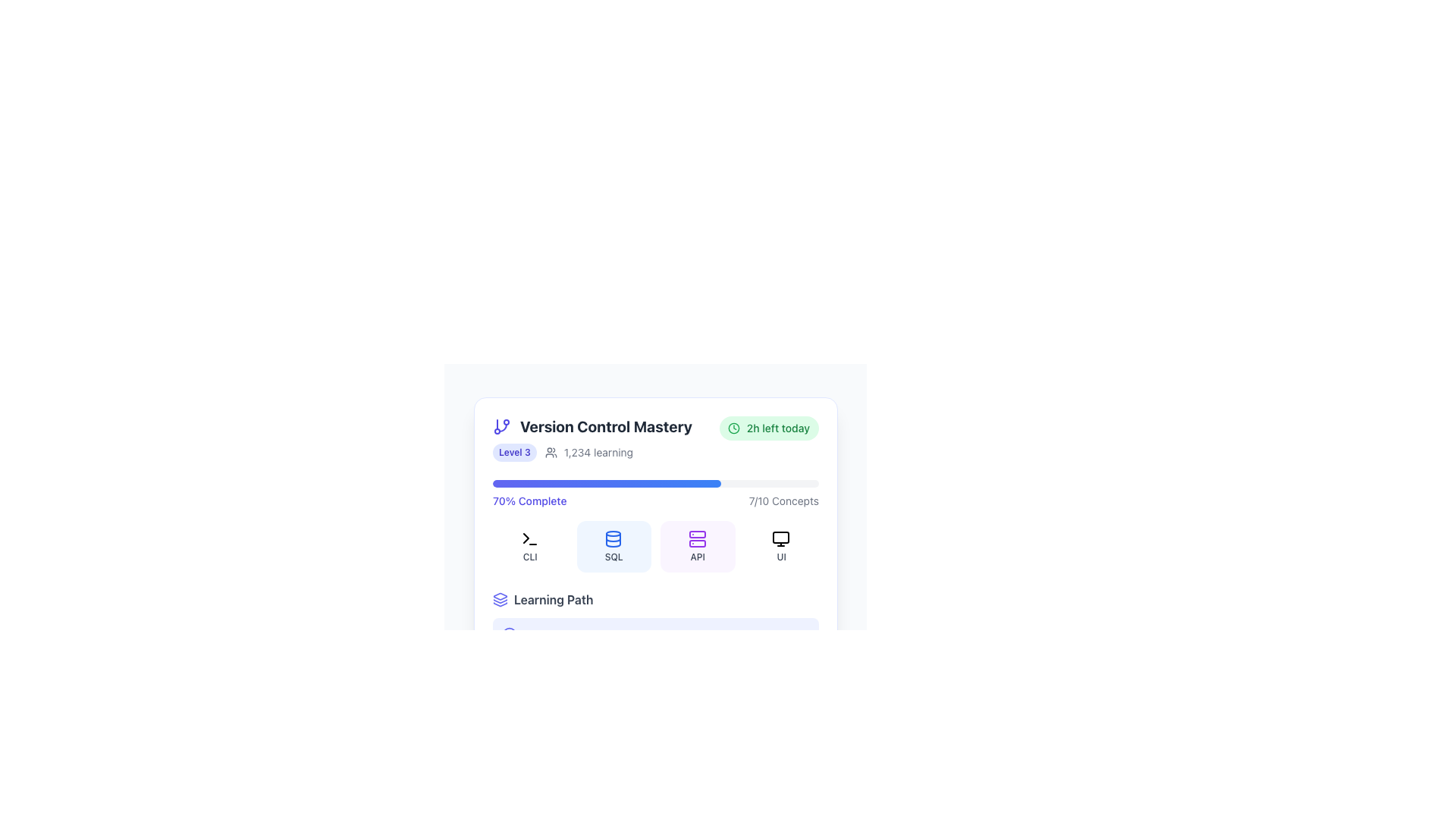 The width and height of the screenshot is (1456, 819). Describe the element at coordinates (551, 452) in the screenshot. I see `the icon representing a group of people, which is located directly to the left of the text '1,234 learning'` at that location.